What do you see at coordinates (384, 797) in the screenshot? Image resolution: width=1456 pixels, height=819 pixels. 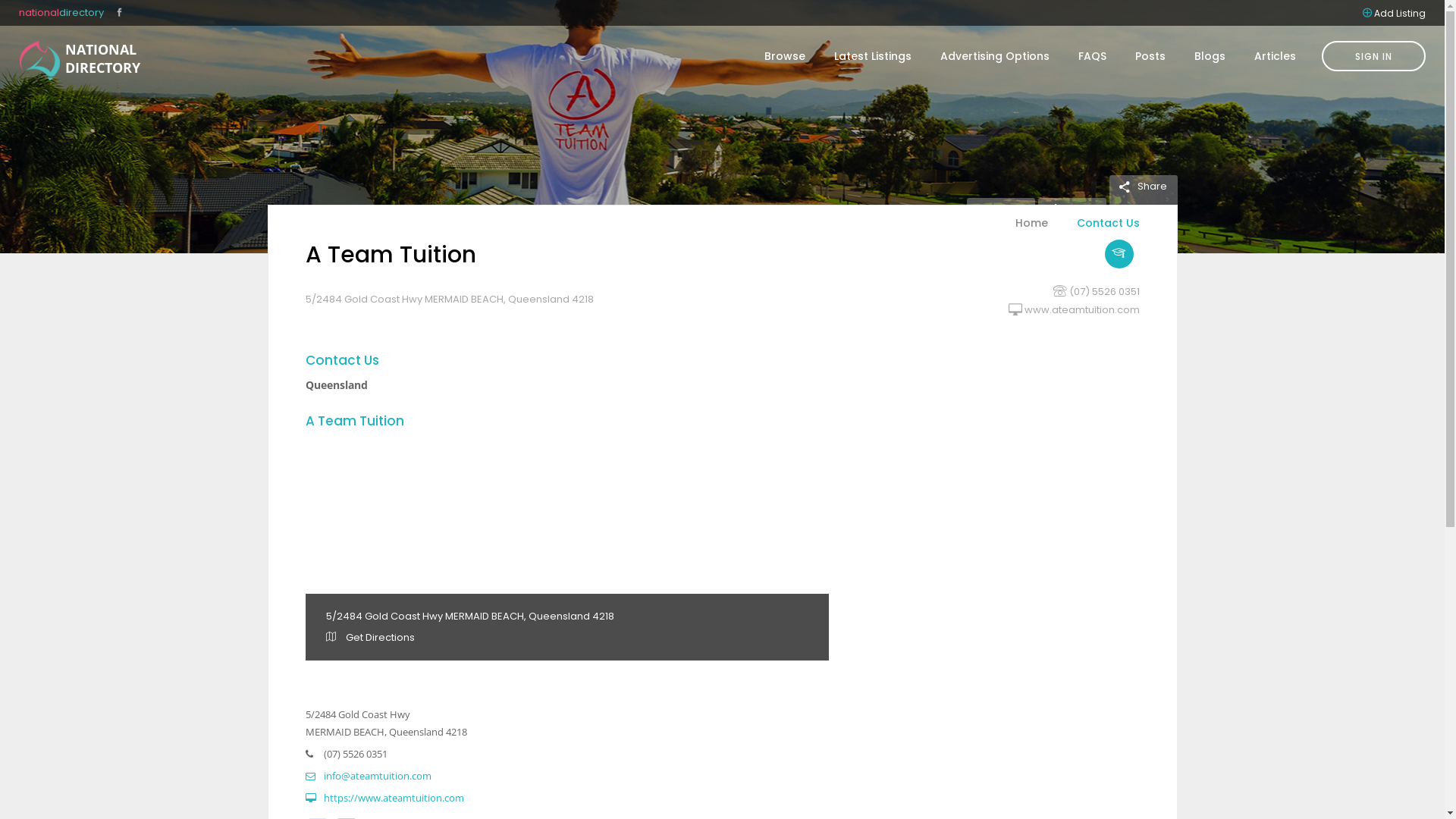 I see `'https://www.ateamtuition.com'` at bounding box center [384, 797].